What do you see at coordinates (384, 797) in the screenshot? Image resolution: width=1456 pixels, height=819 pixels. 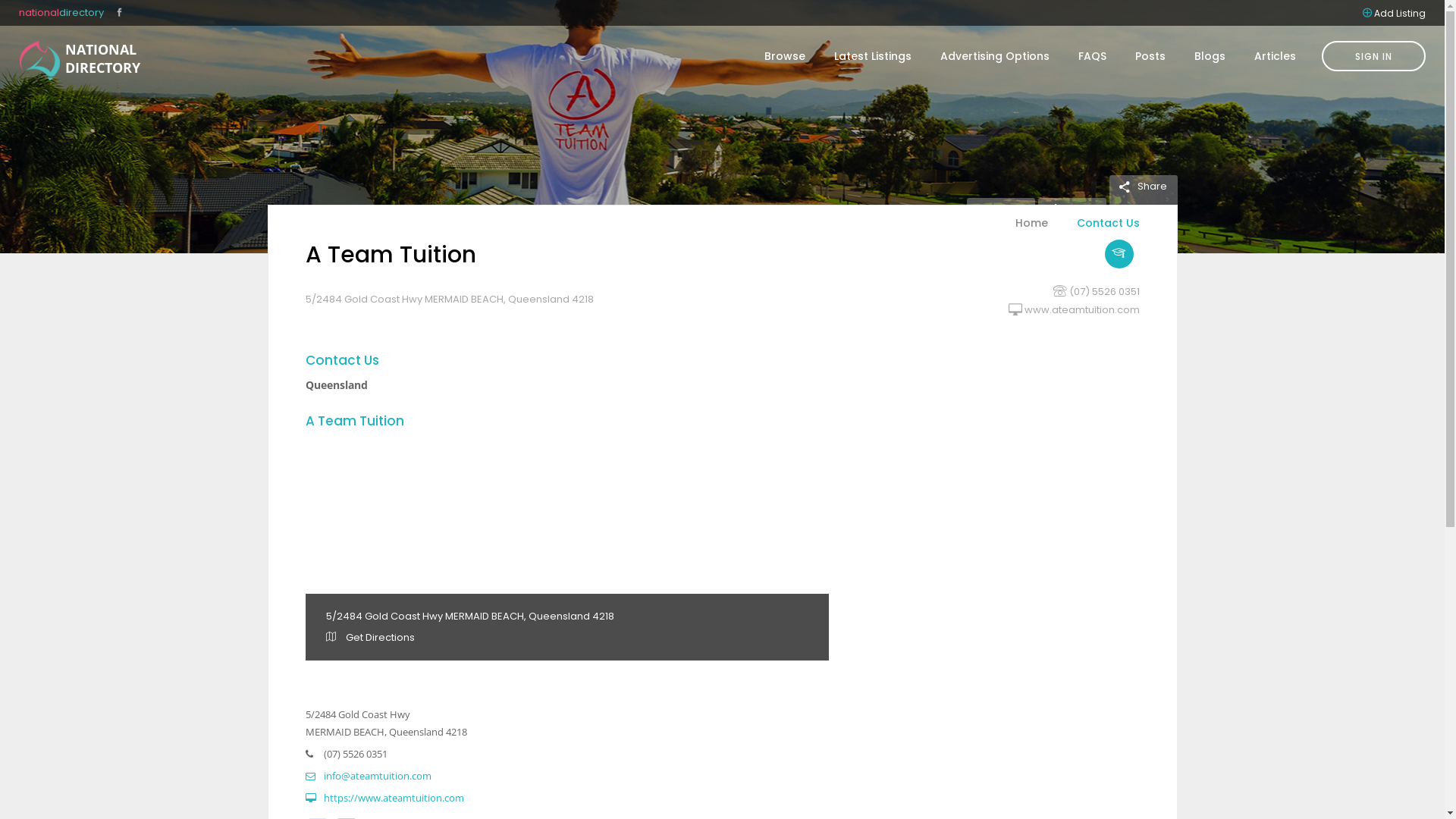 I see `'https://www.ateamtuition.com'` at bounding box center [384, 797].